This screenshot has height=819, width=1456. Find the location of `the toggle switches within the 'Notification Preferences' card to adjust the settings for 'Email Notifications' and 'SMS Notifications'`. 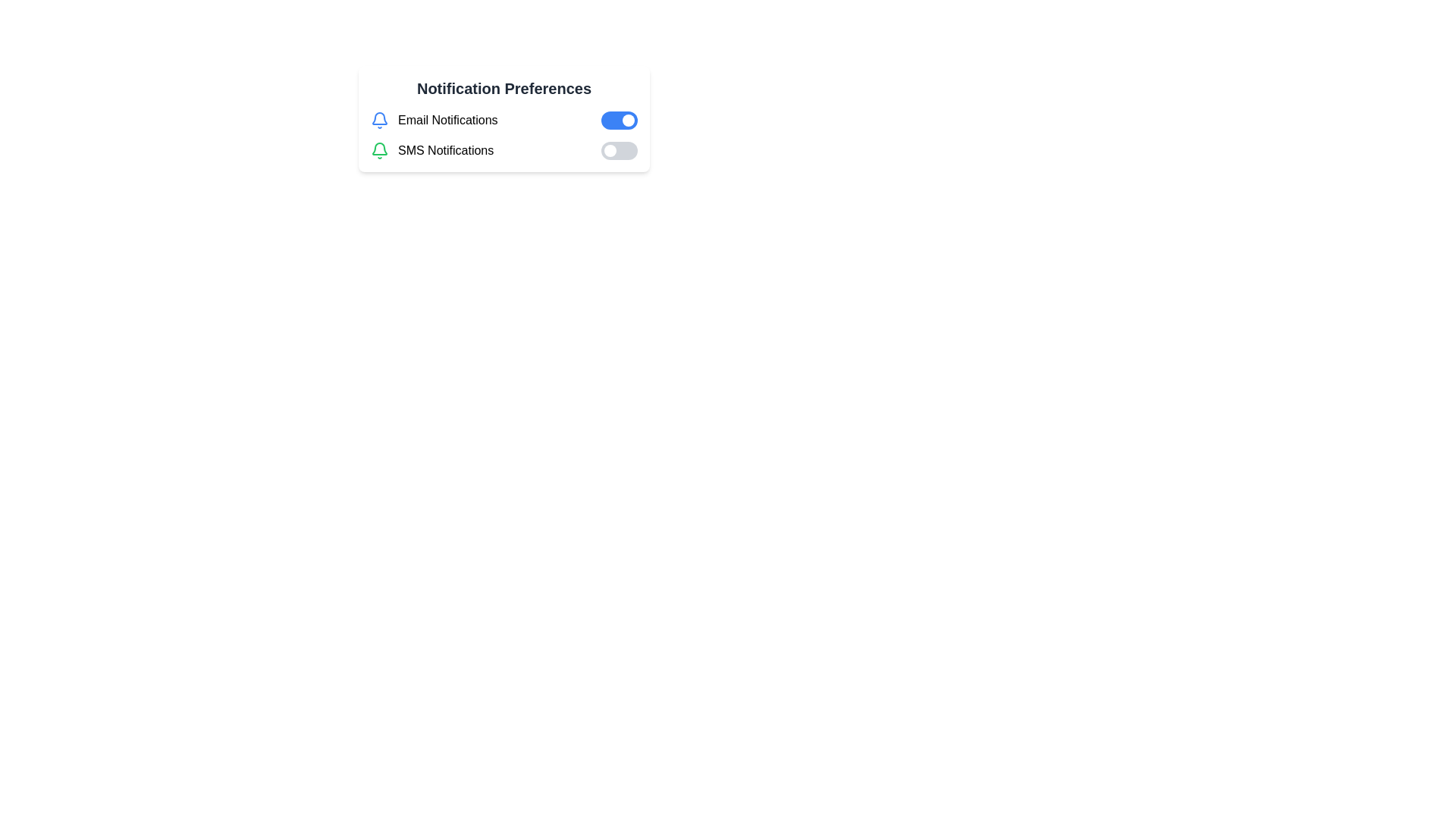

the toggle switches within the 'Notification Preferences' card to adjust the settings for 'Email Notifications' and 'SMS Notifications' is located at coordinates (504, 134).